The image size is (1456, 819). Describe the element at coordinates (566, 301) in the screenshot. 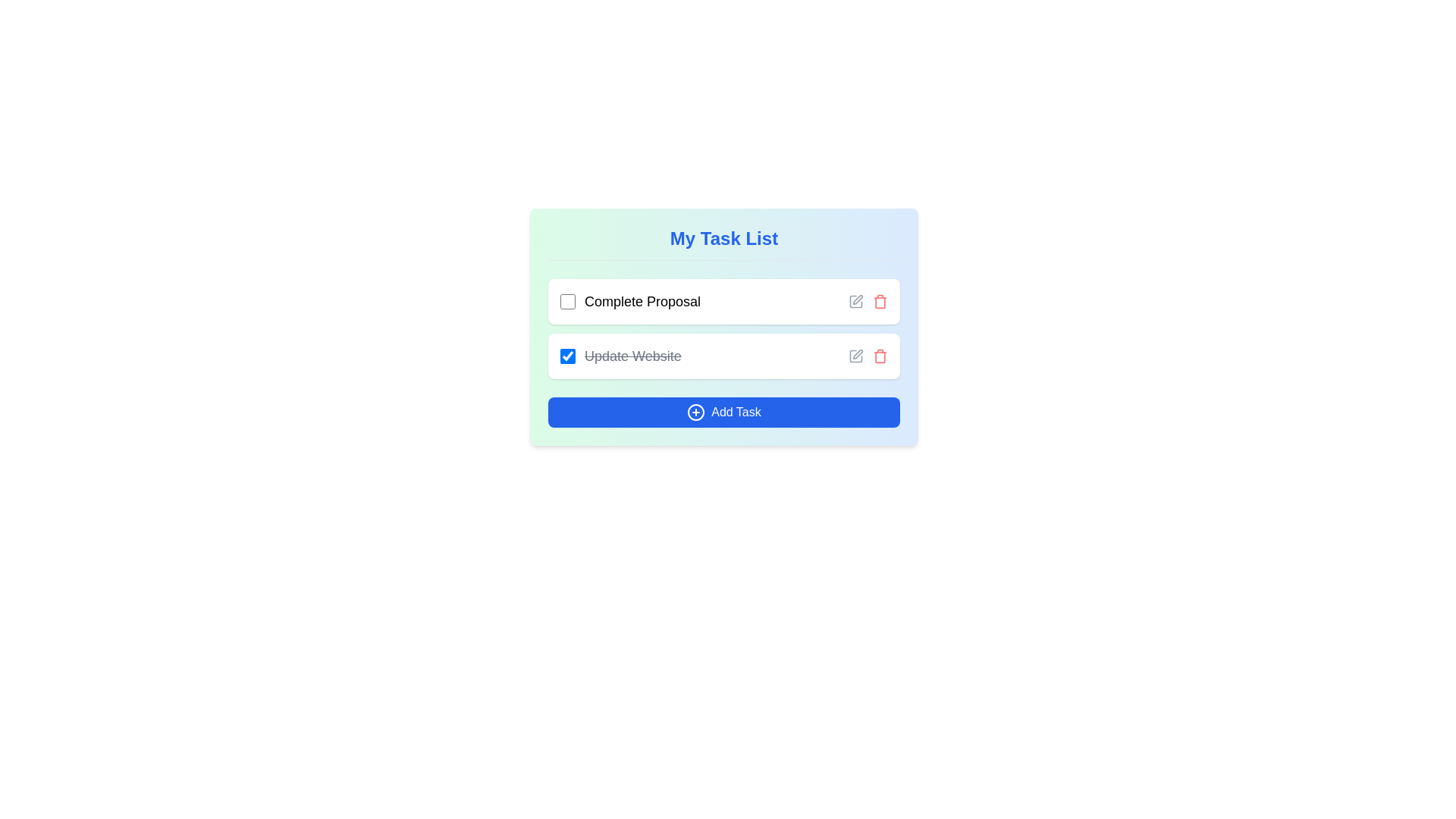

I see `the unselected blue-themed checkbox located to the left of the 'Complete Proposal' text label in the task list interface` at that location.